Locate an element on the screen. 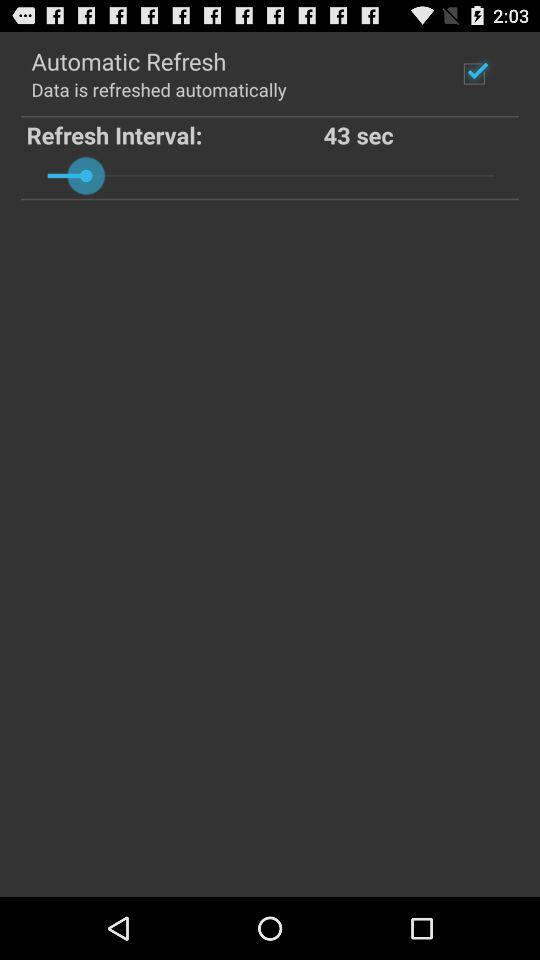  the item below data is refreshed item is located at coordinates (175, 133).